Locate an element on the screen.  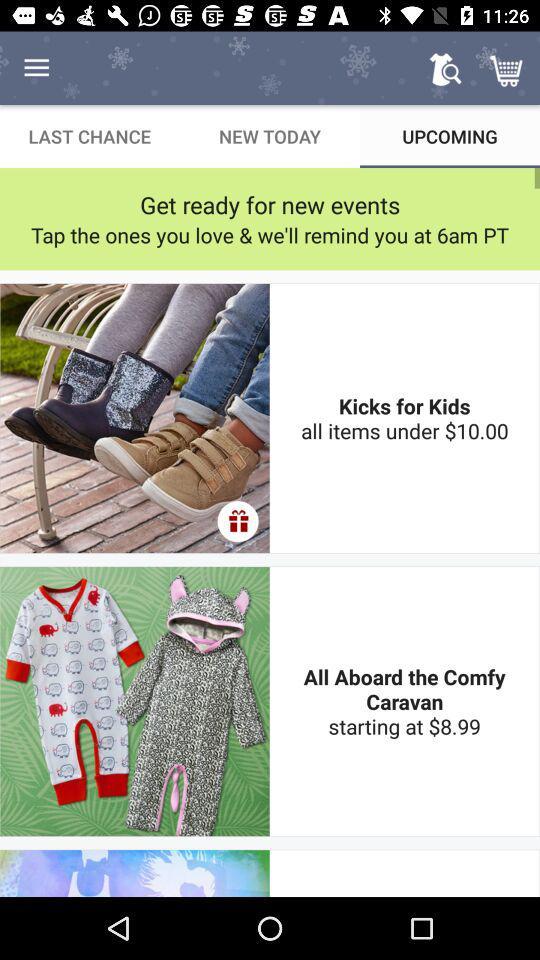
tap the ones icon is located at coordinates (270, 235).